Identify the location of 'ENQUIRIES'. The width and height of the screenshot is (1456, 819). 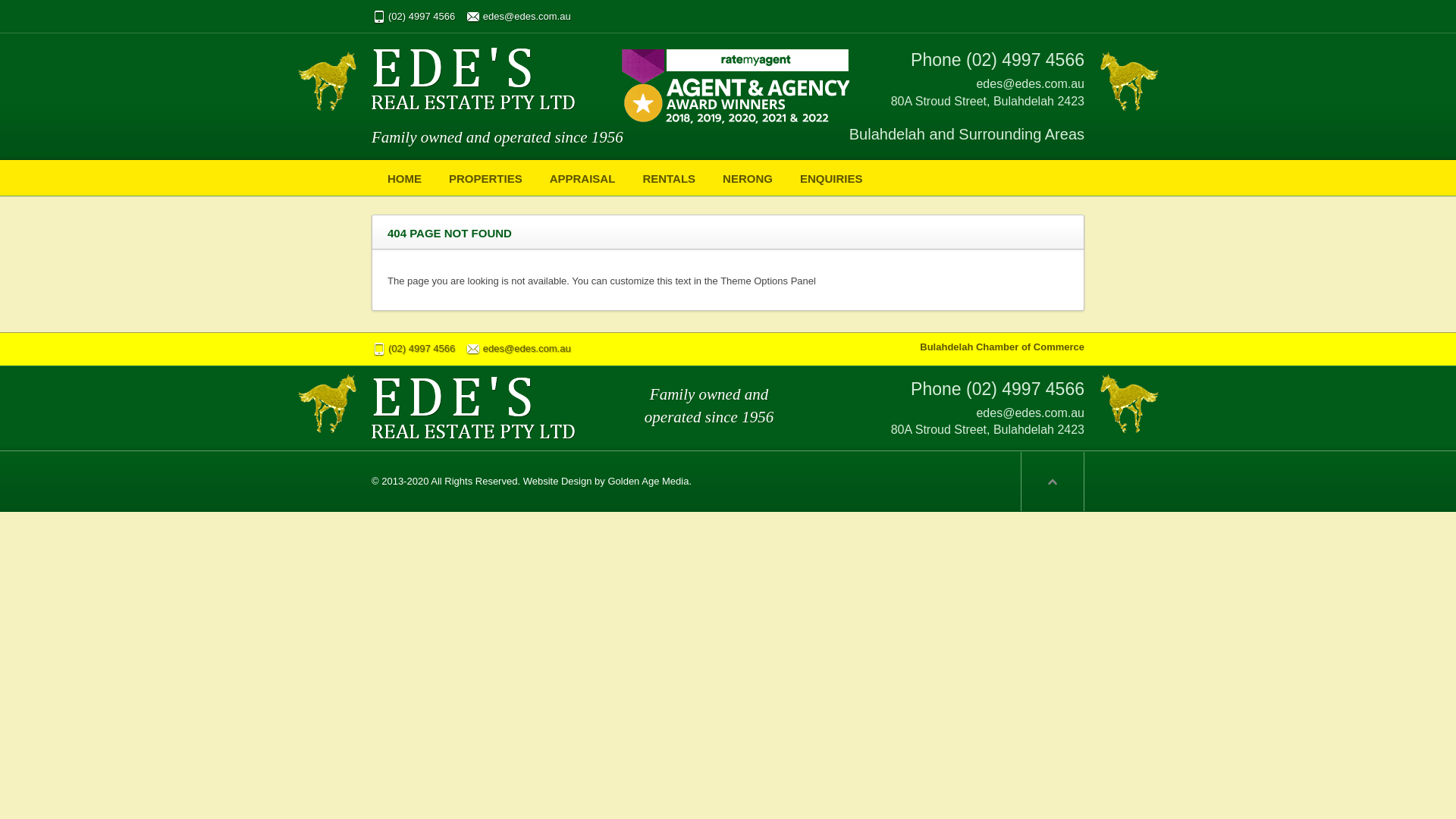
(830, 177).